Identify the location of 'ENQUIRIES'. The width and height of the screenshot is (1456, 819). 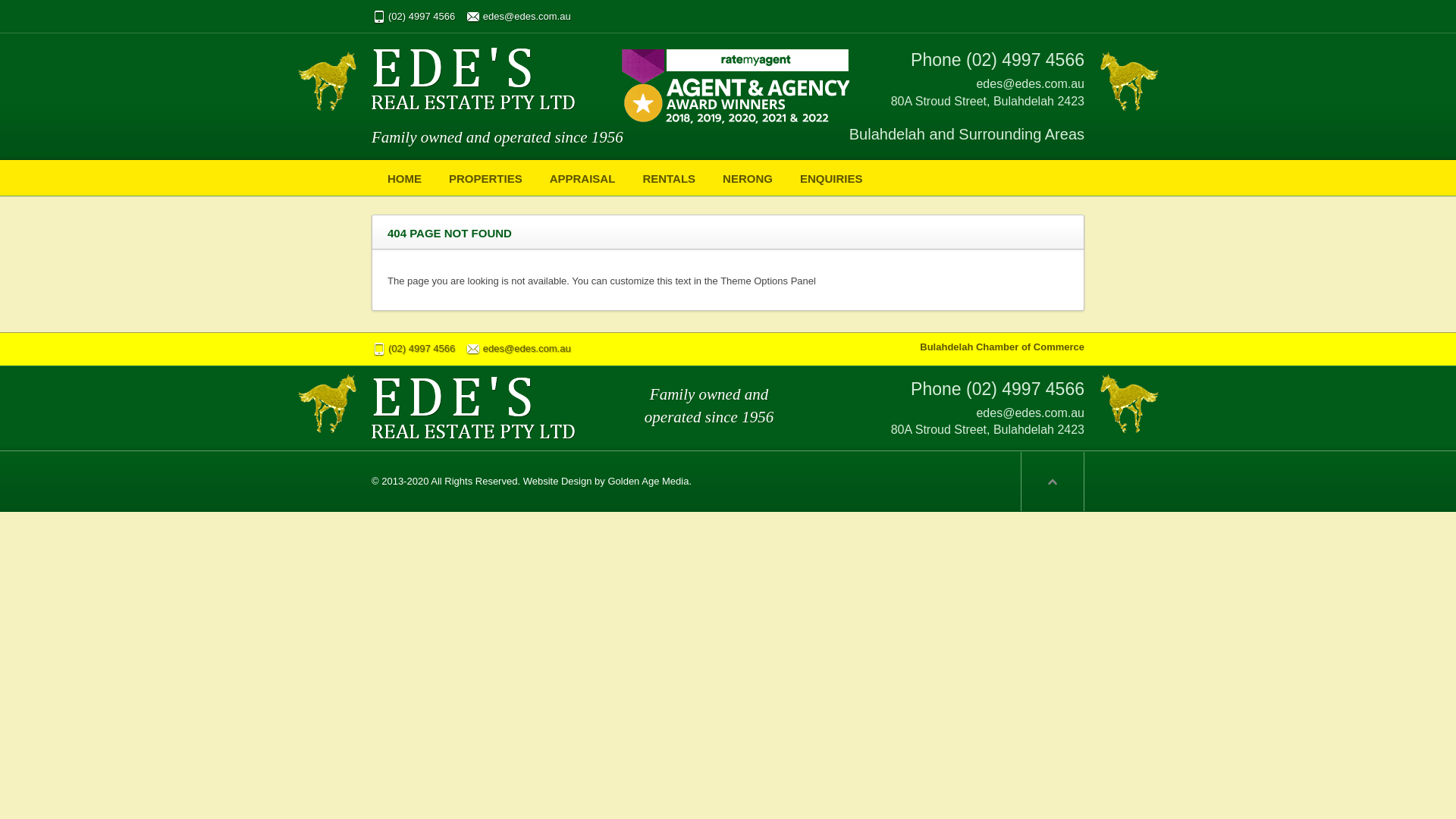
(830, 177).